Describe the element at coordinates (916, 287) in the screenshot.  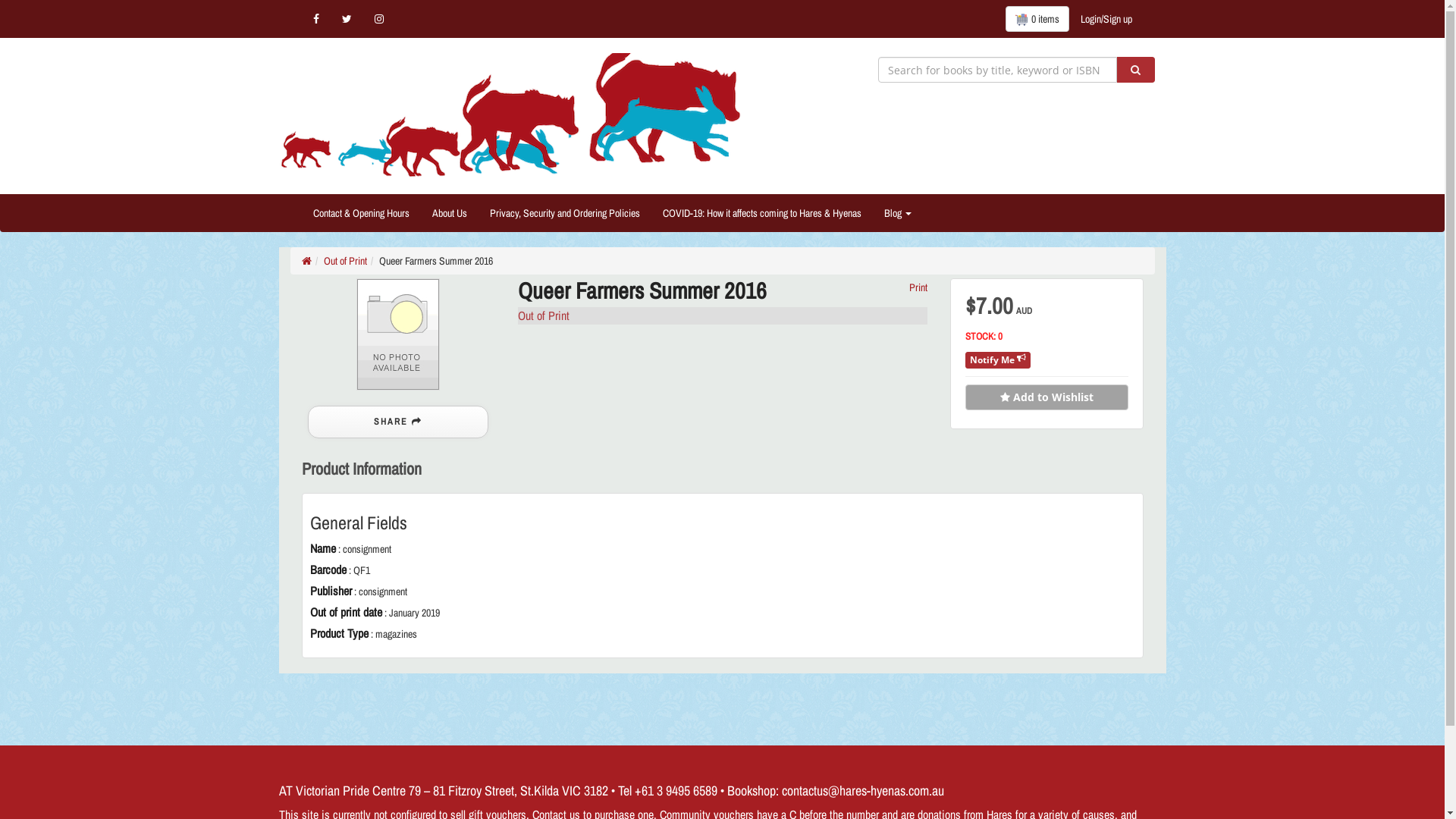
I see `' Print'` at that location.